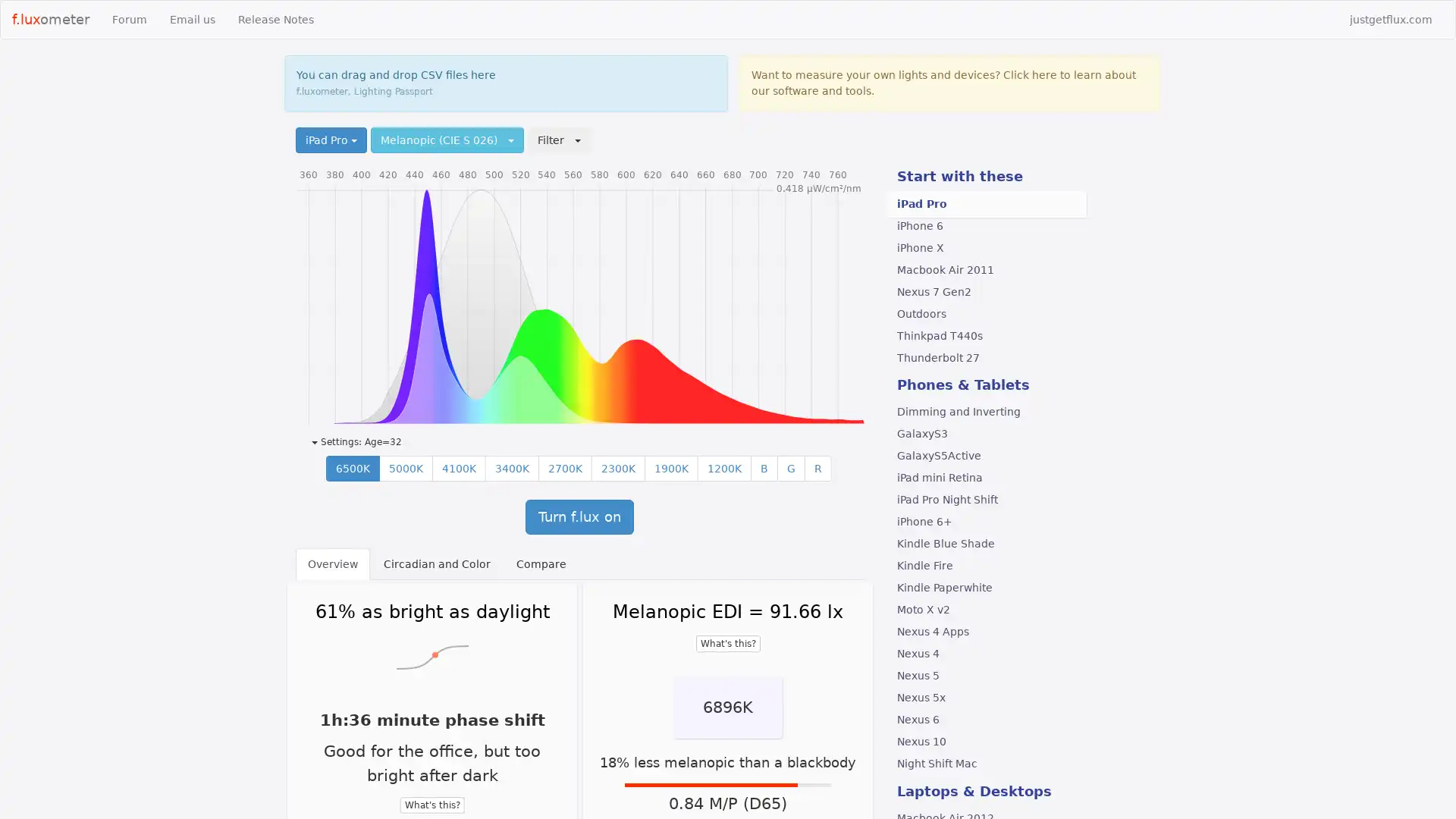  Describe the element at coordinates (579, 516) in the screenshot. I see `Turn f.lux on` at that location.